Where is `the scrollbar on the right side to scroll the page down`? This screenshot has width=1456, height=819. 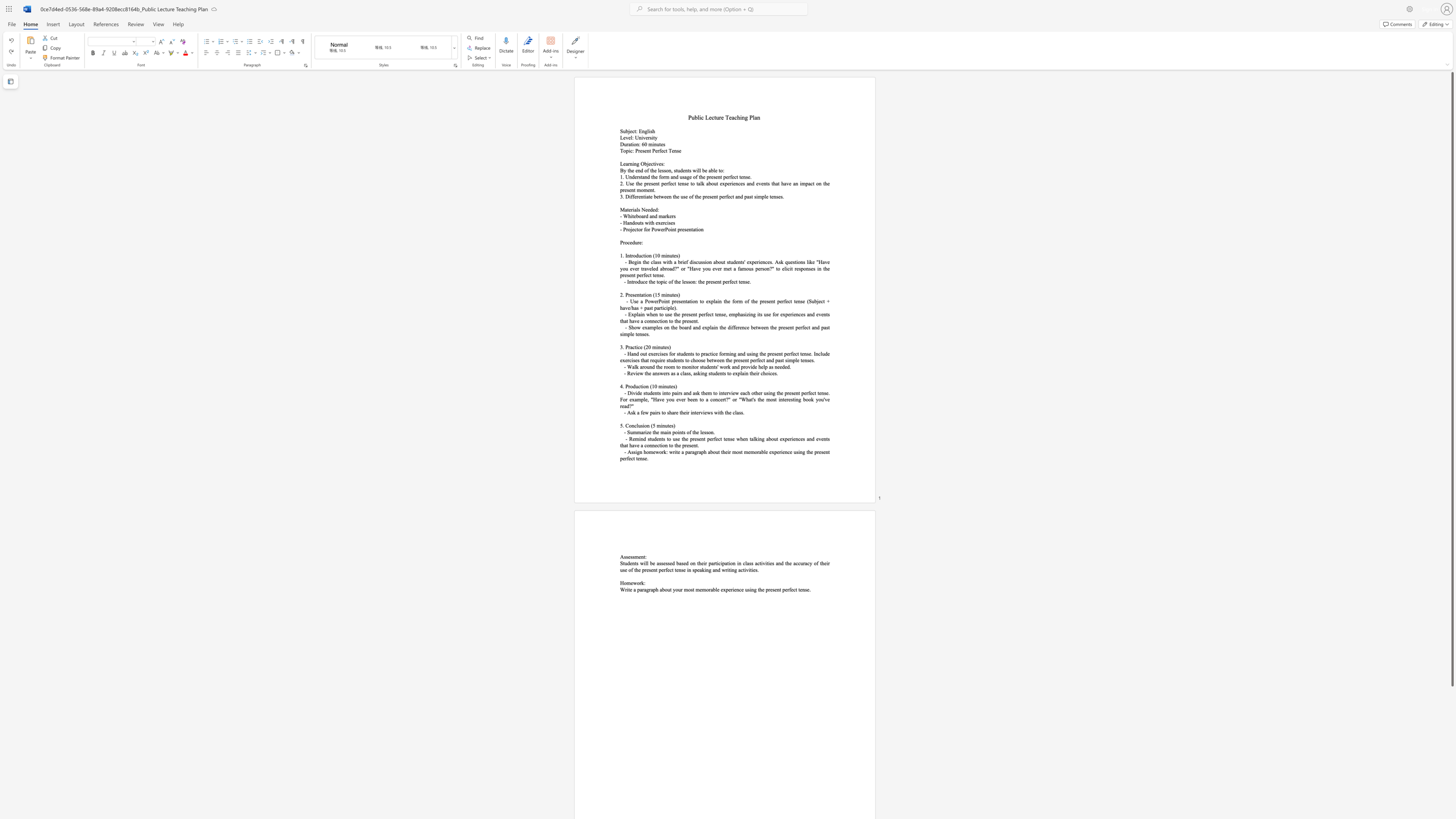 the scrollbar on the right side to scroll the page down is located at coordinates (1451, 708).